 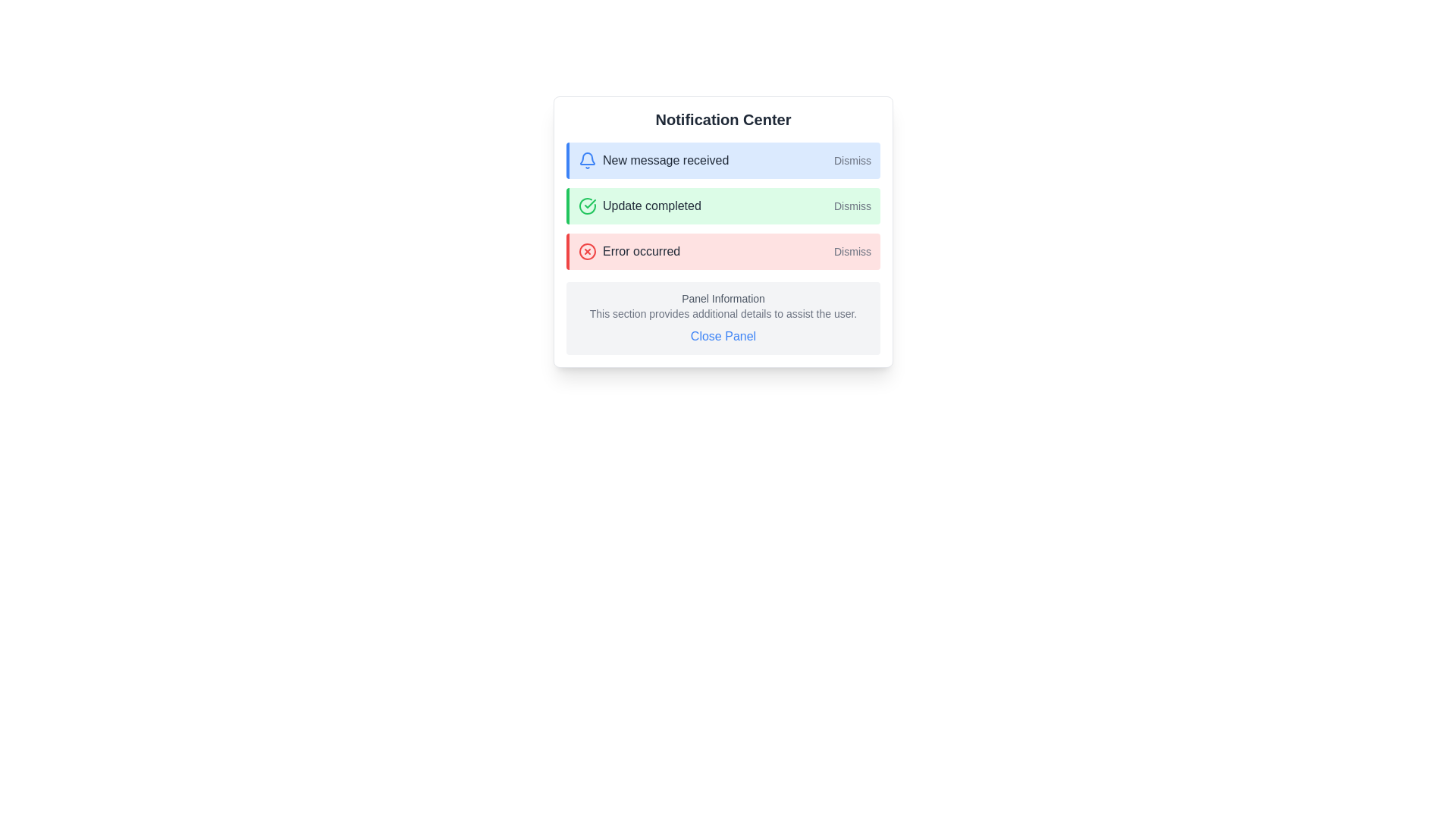 I want to click on the close button in the blue notification bar, so click(x=852, y=161).